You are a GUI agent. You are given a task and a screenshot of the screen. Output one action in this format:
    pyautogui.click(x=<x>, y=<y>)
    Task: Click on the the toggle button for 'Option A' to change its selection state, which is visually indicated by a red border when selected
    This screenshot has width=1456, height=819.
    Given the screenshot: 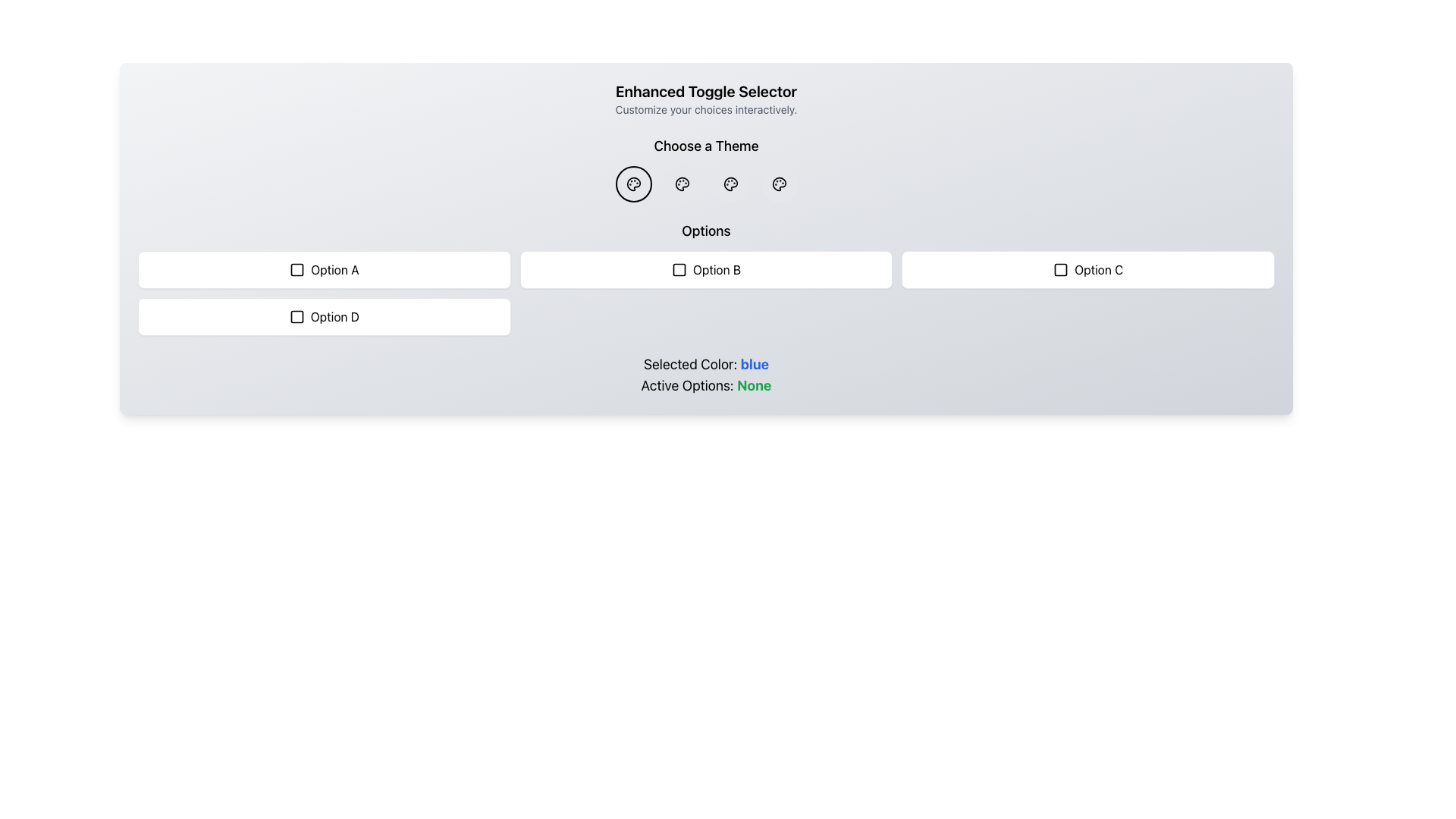 What is the action you would take?
    pyautogui.click(x=297, y=268)
    